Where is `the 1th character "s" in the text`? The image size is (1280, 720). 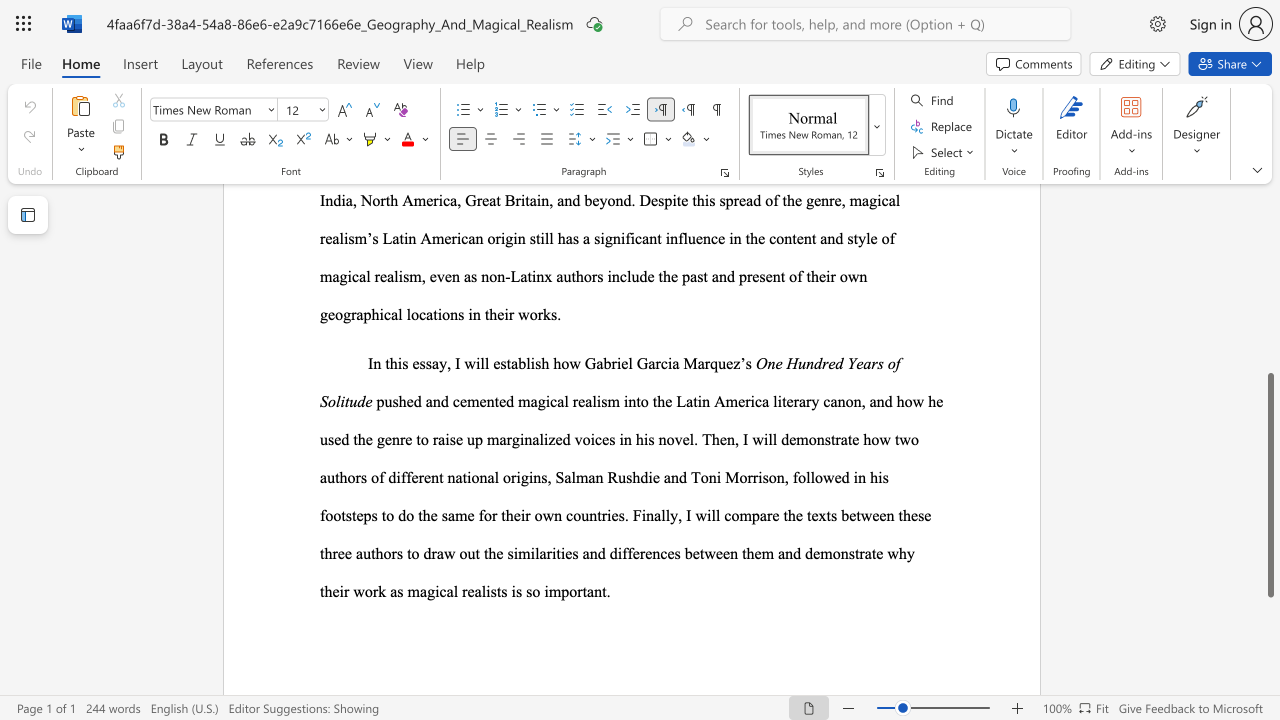 the 1th character "s" in the text is located at coordinates (851, 553).